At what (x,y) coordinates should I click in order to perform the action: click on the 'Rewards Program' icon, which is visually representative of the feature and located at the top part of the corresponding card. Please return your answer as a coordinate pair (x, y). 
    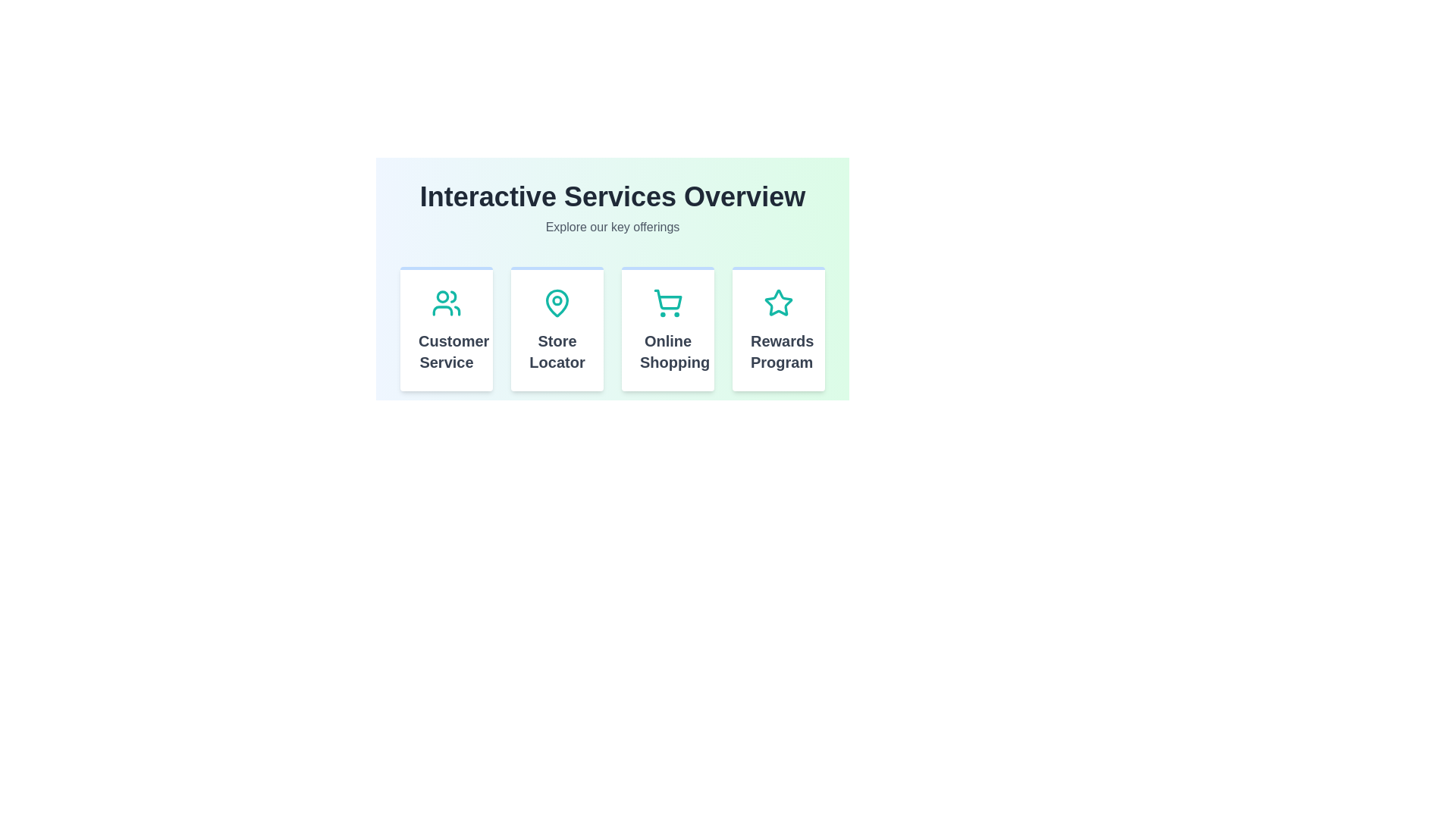
    Looking at the image, I should click on (779, 303).